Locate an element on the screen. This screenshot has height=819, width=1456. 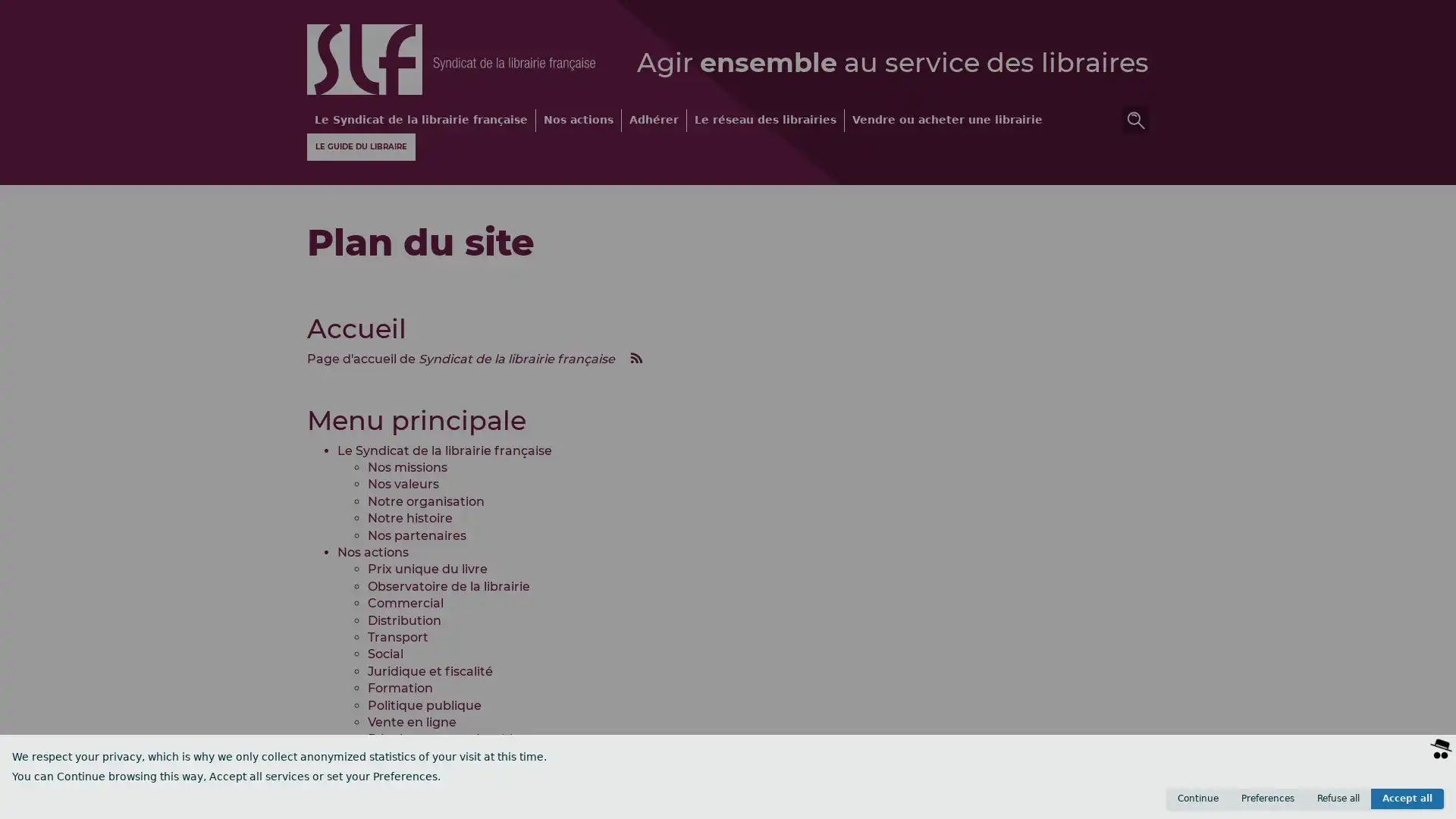
Refuse all is located at coordinates (1338, 798).